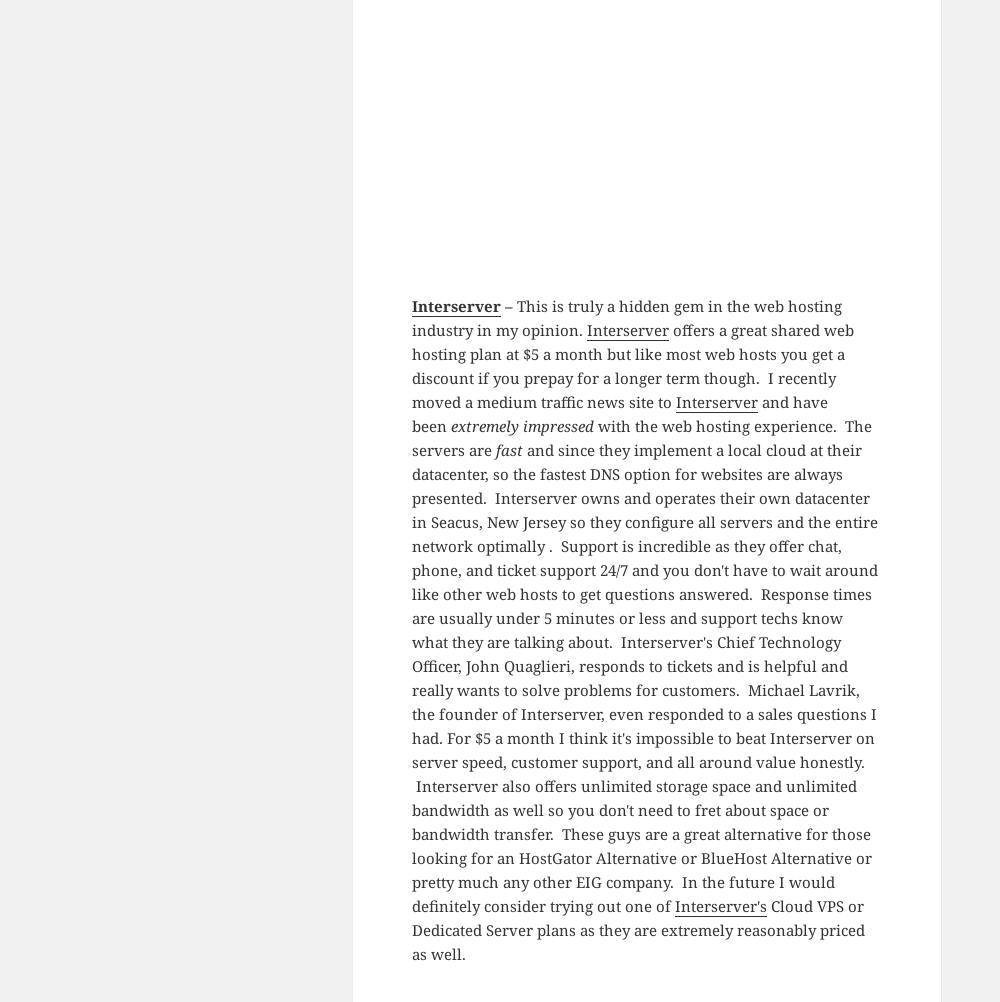 The image size is (1000, 1002). I want to click on 'and have been', so click(618, 413).